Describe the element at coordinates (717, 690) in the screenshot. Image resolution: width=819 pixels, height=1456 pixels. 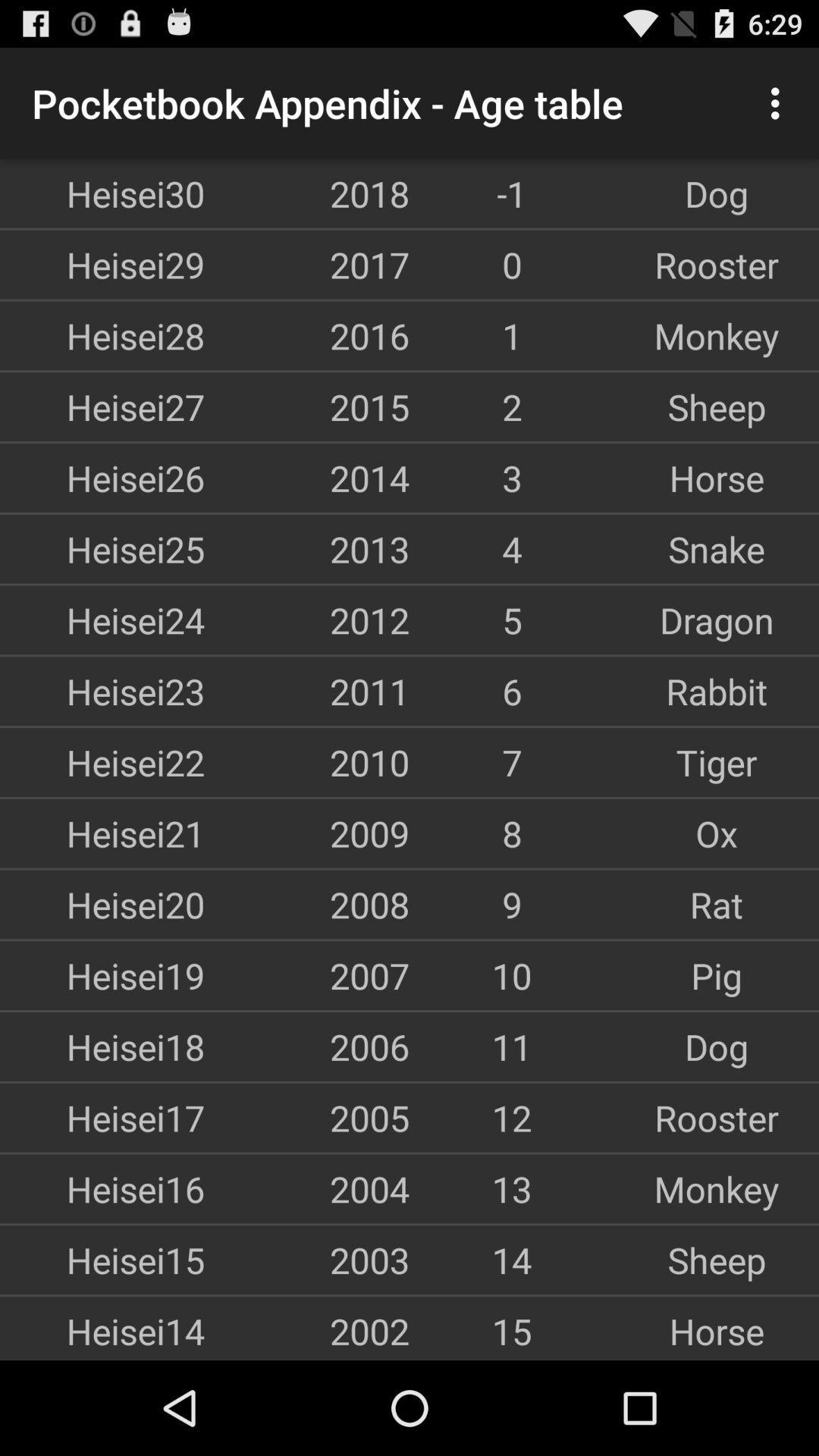
I see `icon below 5 app` at that location.